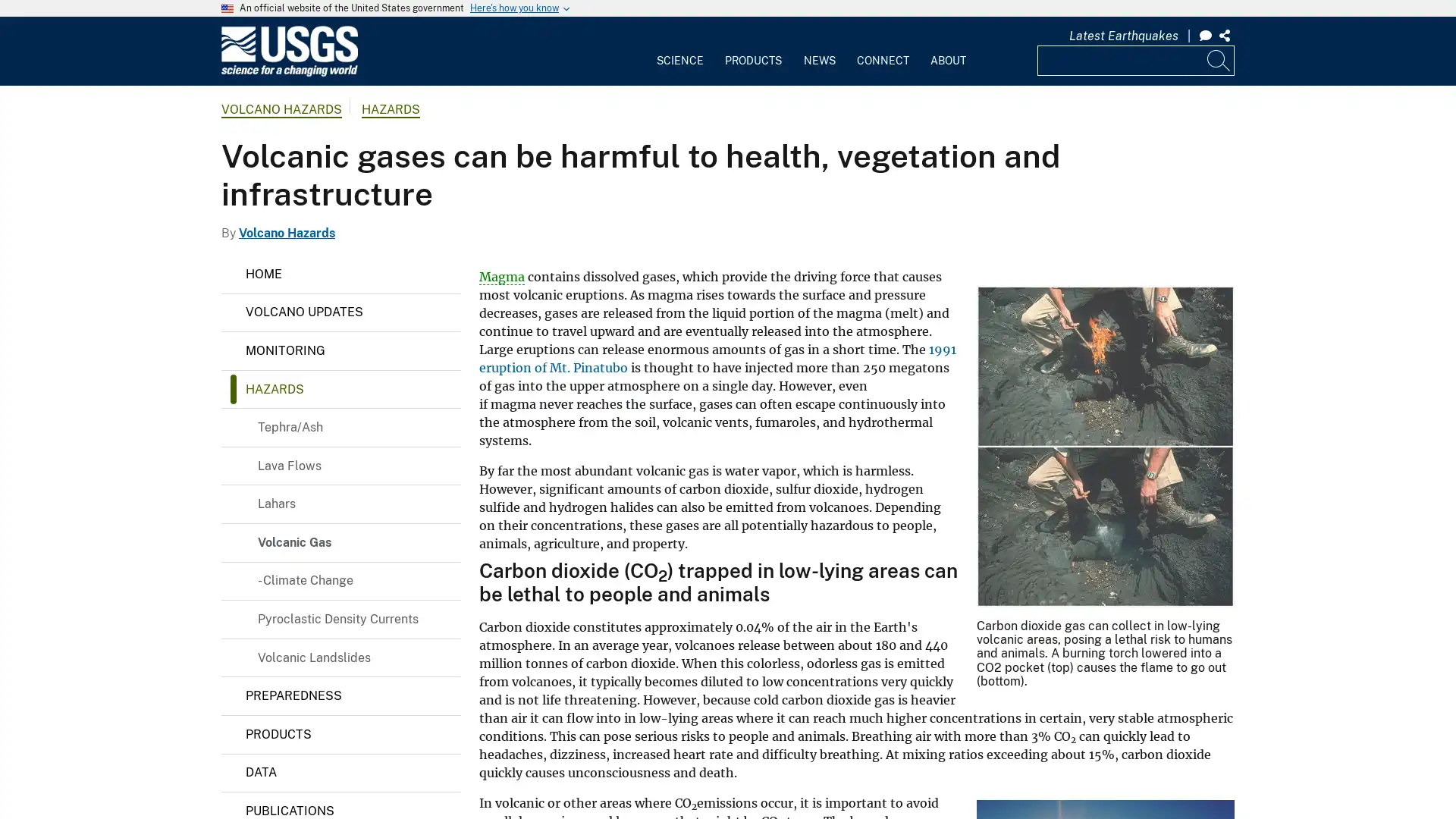 This screenshot has height=819, width=1456. Describe the element at coordinates (818, 49) in the screenshot. I see `NEWS` at that location.